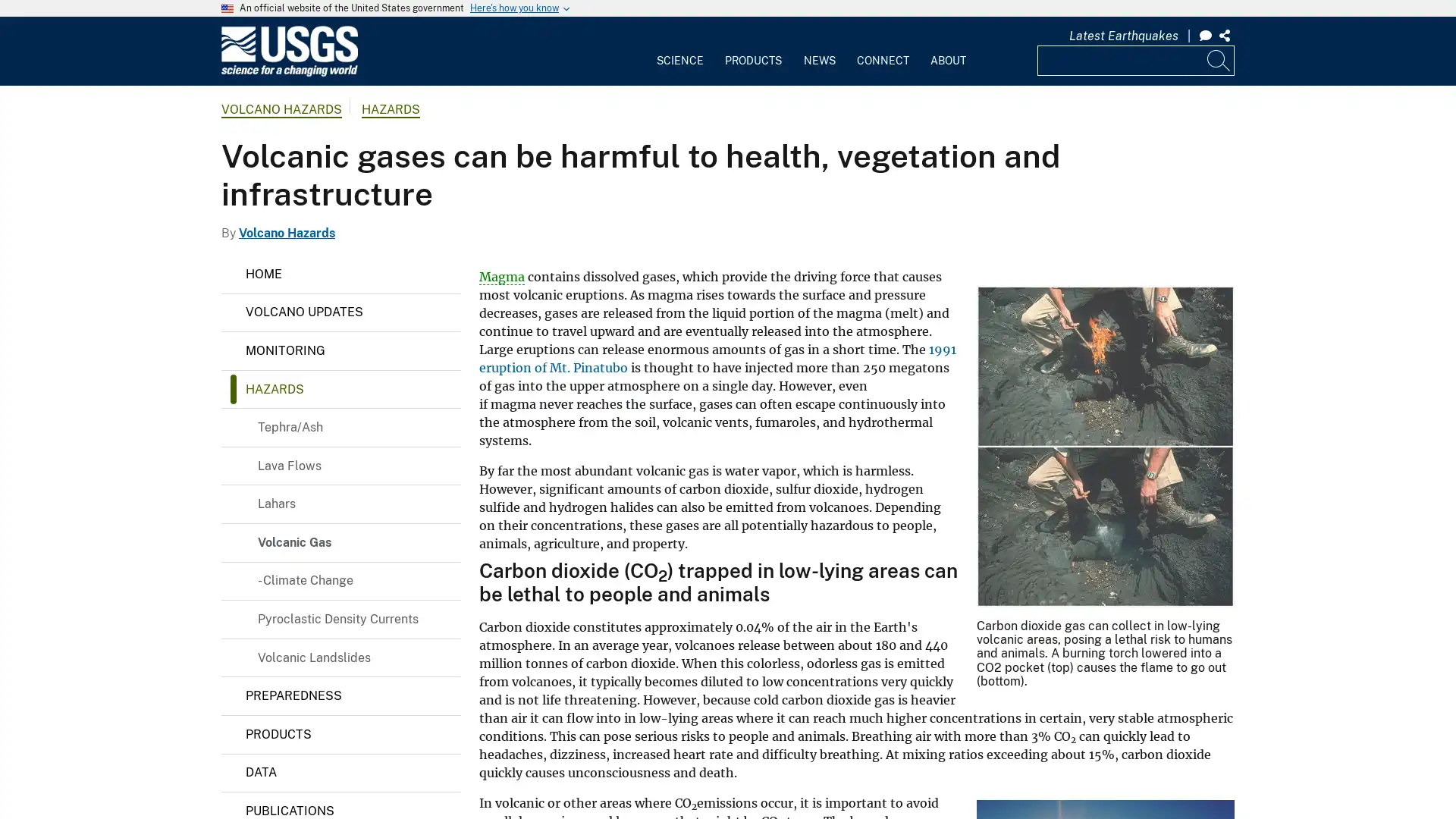 This screenshot has height=819, width=1456. Describe the element at coordinates (818, 49) in the screenshot. I see `NEWS` at that location.